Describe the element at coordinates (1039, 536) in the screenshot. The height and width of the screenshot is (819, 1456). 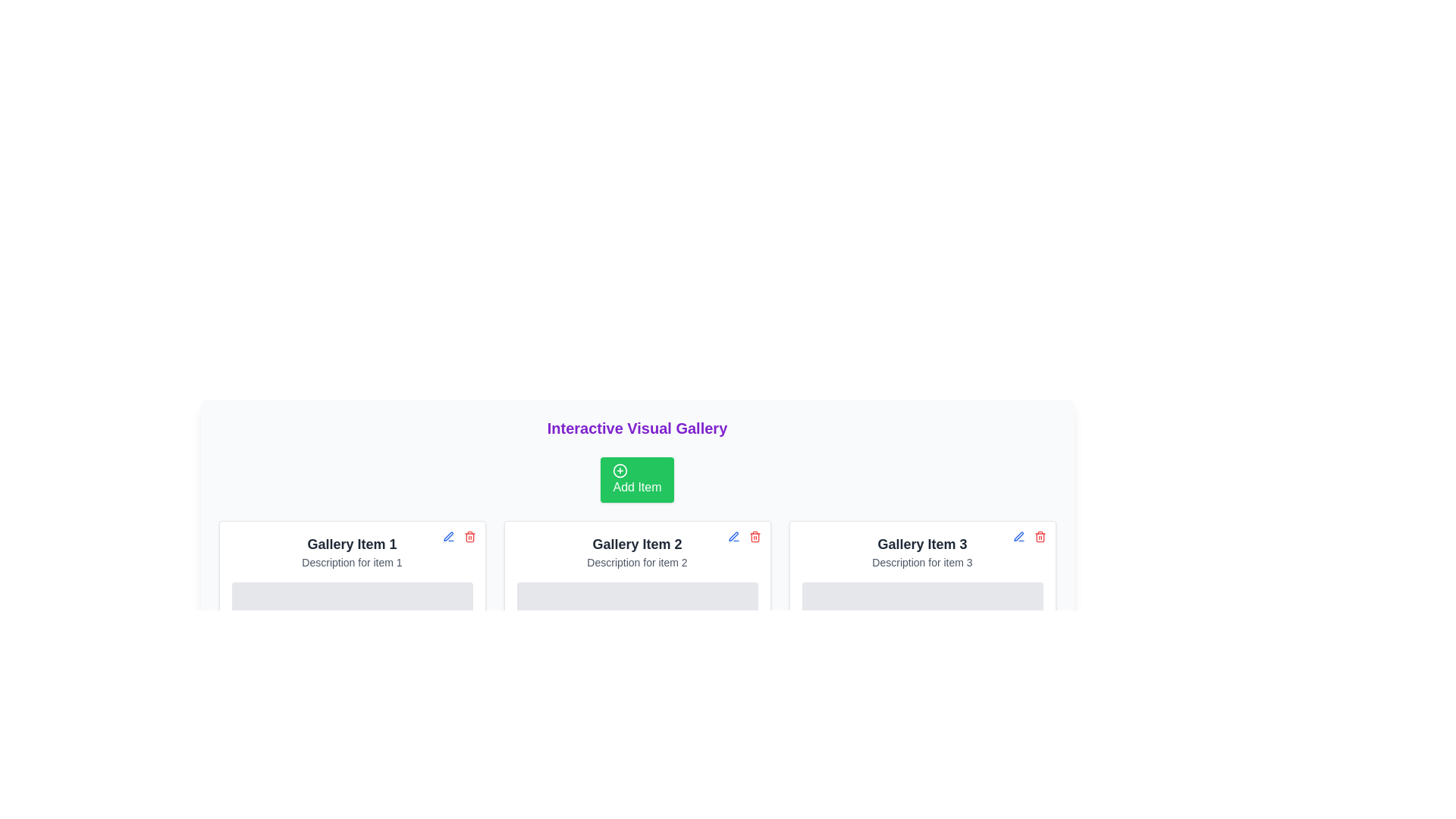
I see `the red trash icon button located in the top-right section of the 'Gallery Item 3' card` at that location.